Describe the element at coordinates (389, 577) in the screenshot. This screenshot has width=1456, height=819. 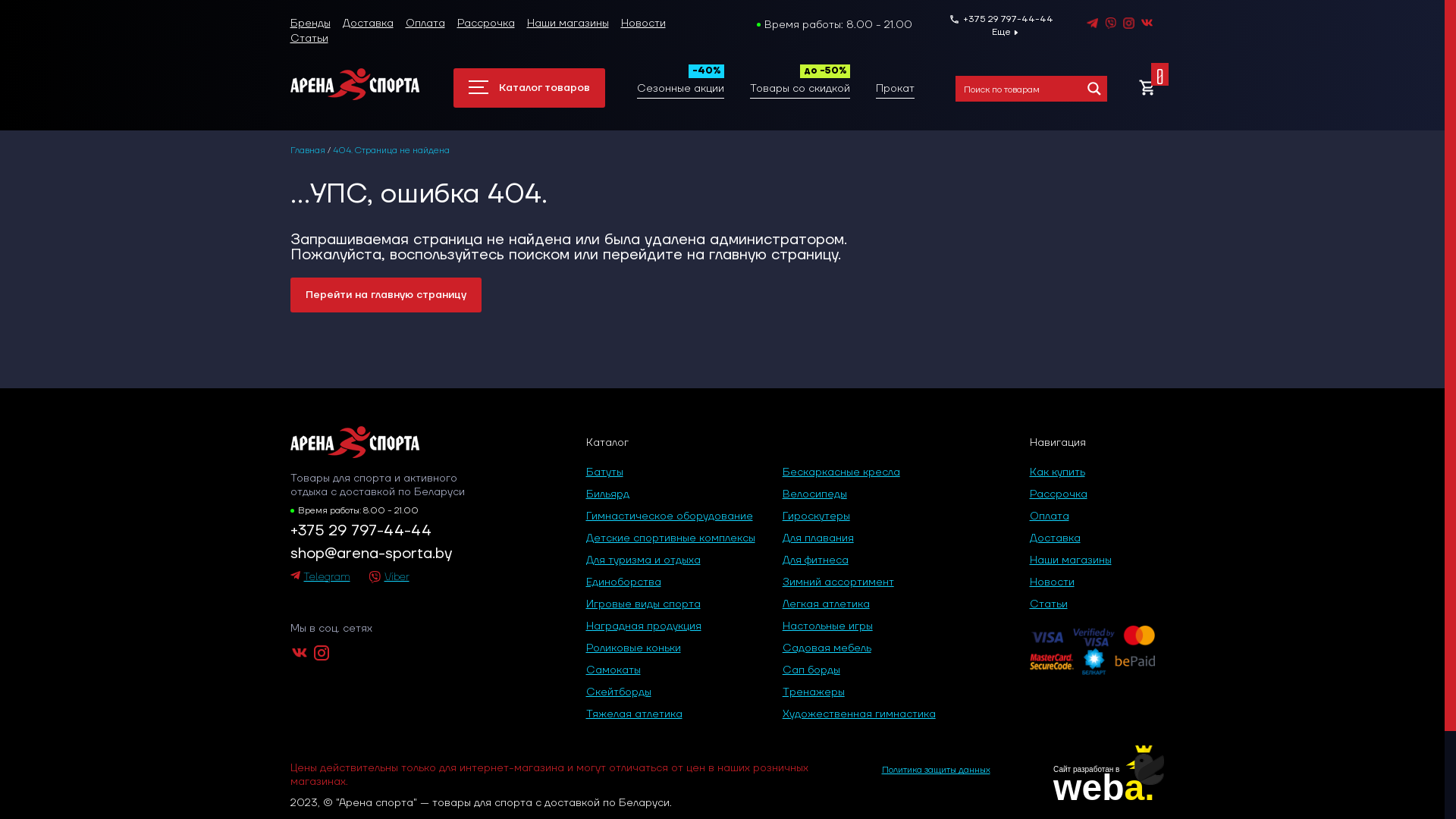
I see `'Viber'` at that location.